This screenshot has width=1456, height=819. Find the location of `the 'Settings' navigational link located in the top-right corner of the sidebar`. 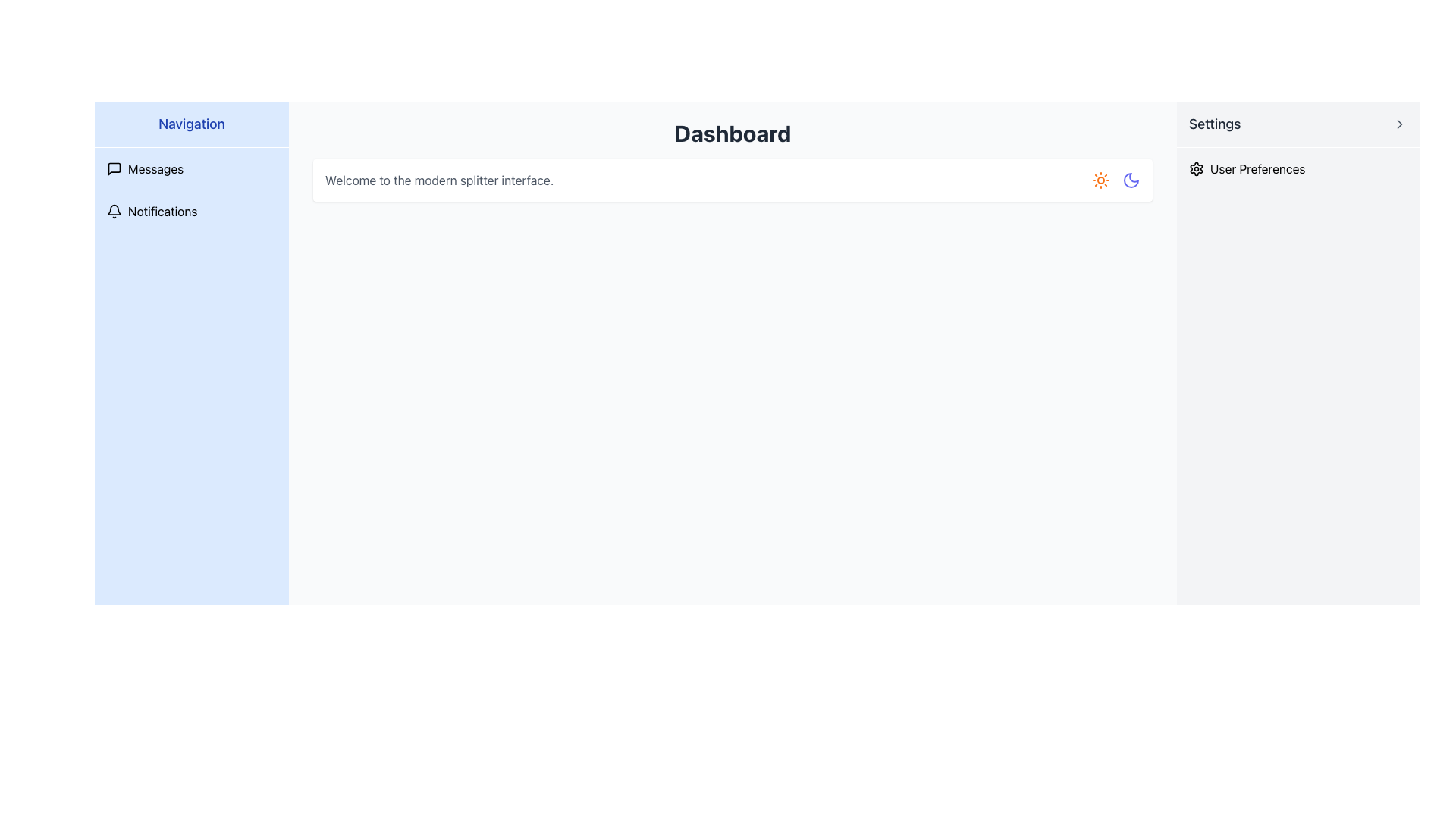

the 'Settings' navigational link located in the top-right corner of the sidebar is located at coordinates (1298, 124).